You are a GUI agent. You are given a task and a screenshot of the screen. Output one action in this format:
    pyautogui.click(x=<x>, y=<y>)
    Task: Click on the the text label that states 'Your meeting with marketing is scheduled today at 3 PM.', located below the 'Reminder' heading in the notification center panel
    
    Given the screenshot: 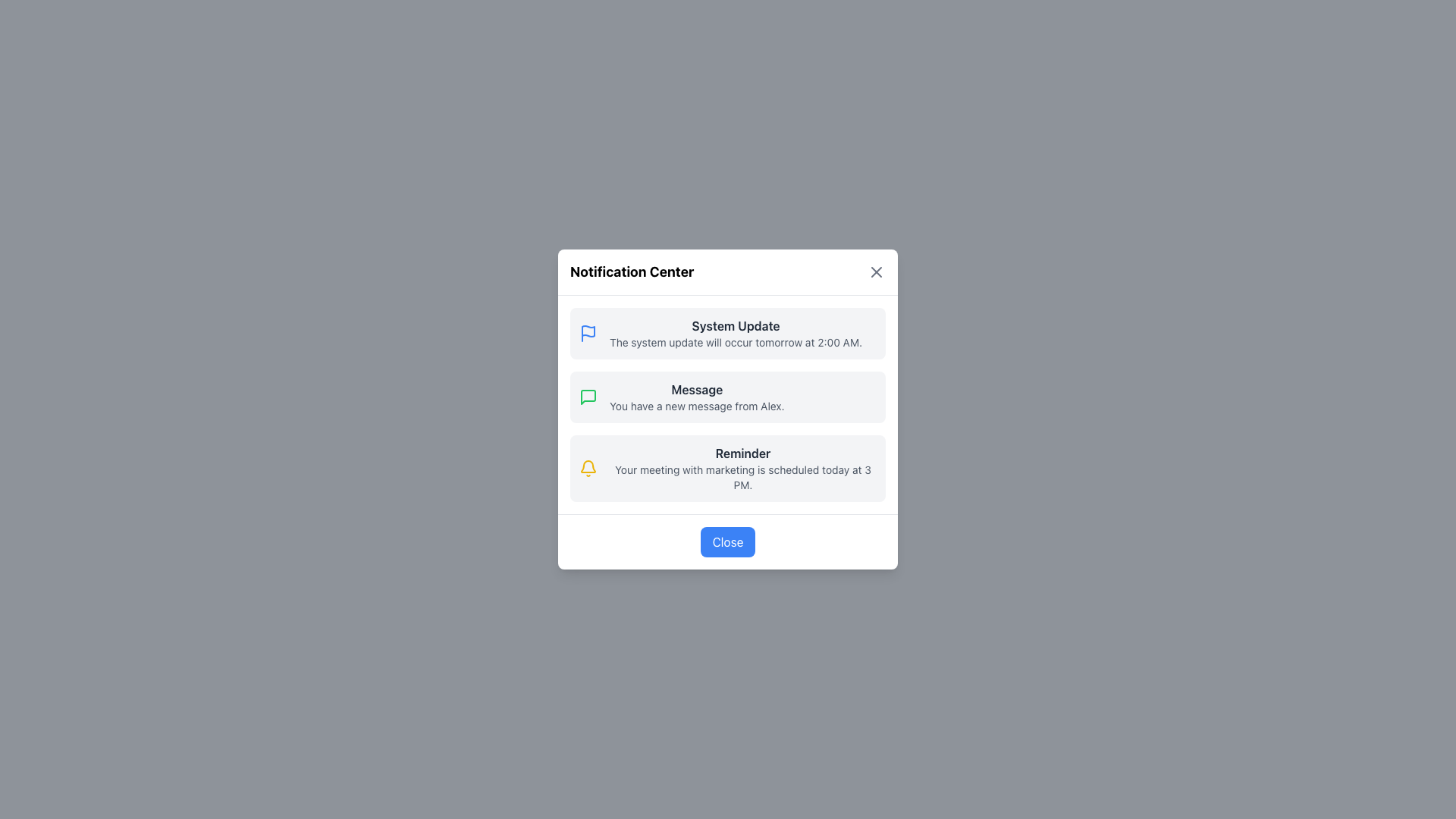 What is the action you would take?
    pyautogui.click(x=742, y=476)
    